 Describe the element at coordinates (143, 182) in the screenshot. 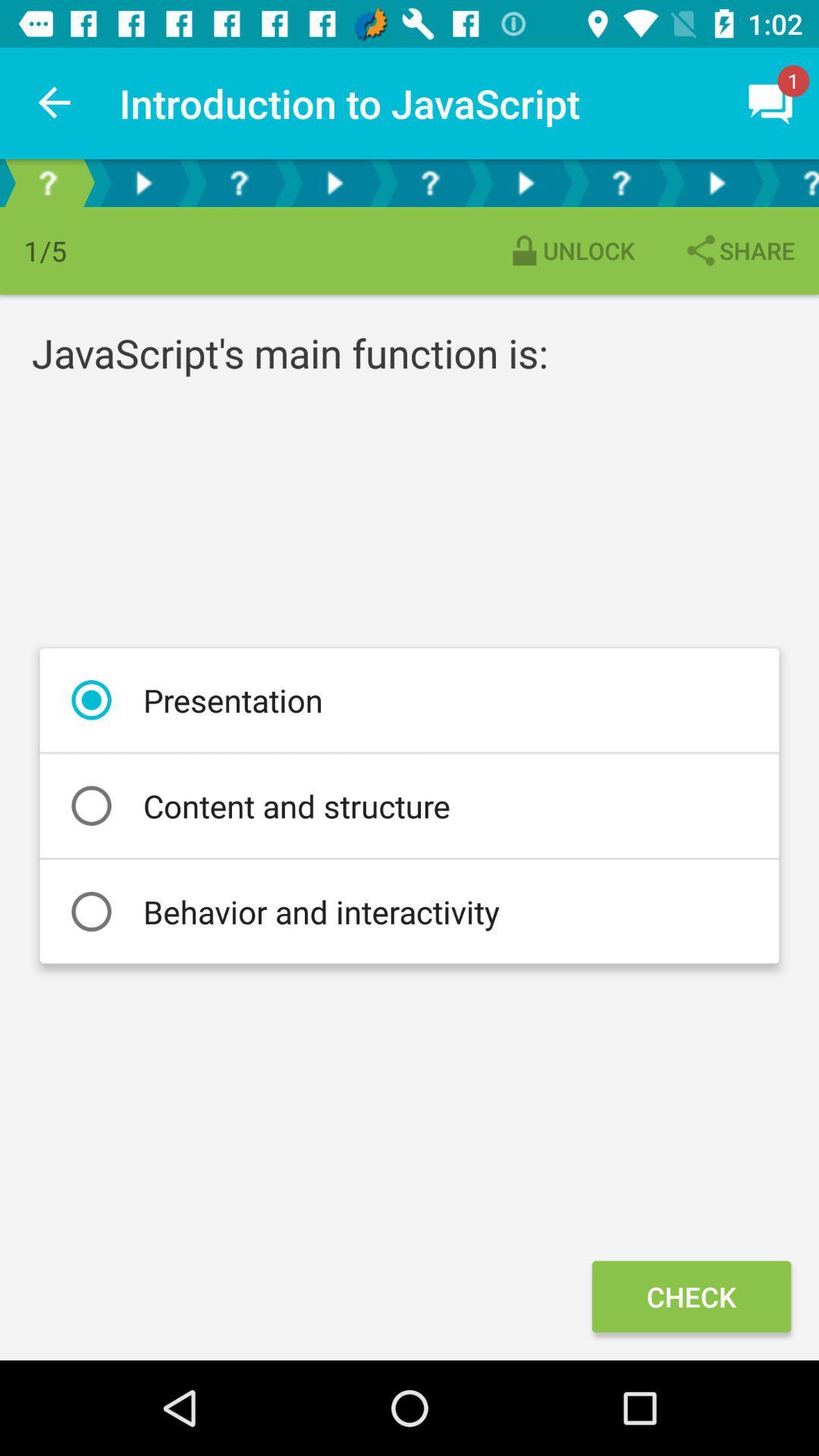

I see `option` at that location.